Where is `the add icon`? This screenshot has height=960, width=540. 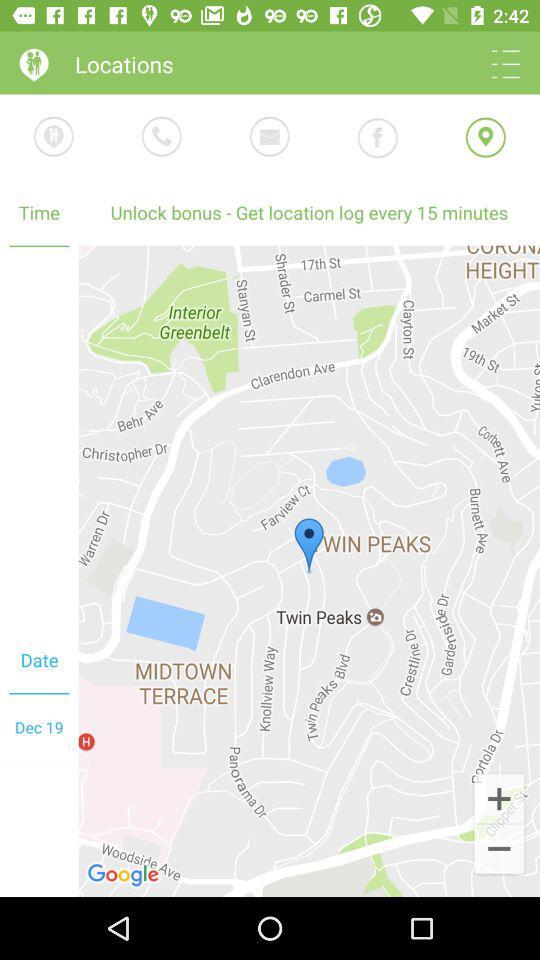
the add icon is located at coordinates (498, 798).